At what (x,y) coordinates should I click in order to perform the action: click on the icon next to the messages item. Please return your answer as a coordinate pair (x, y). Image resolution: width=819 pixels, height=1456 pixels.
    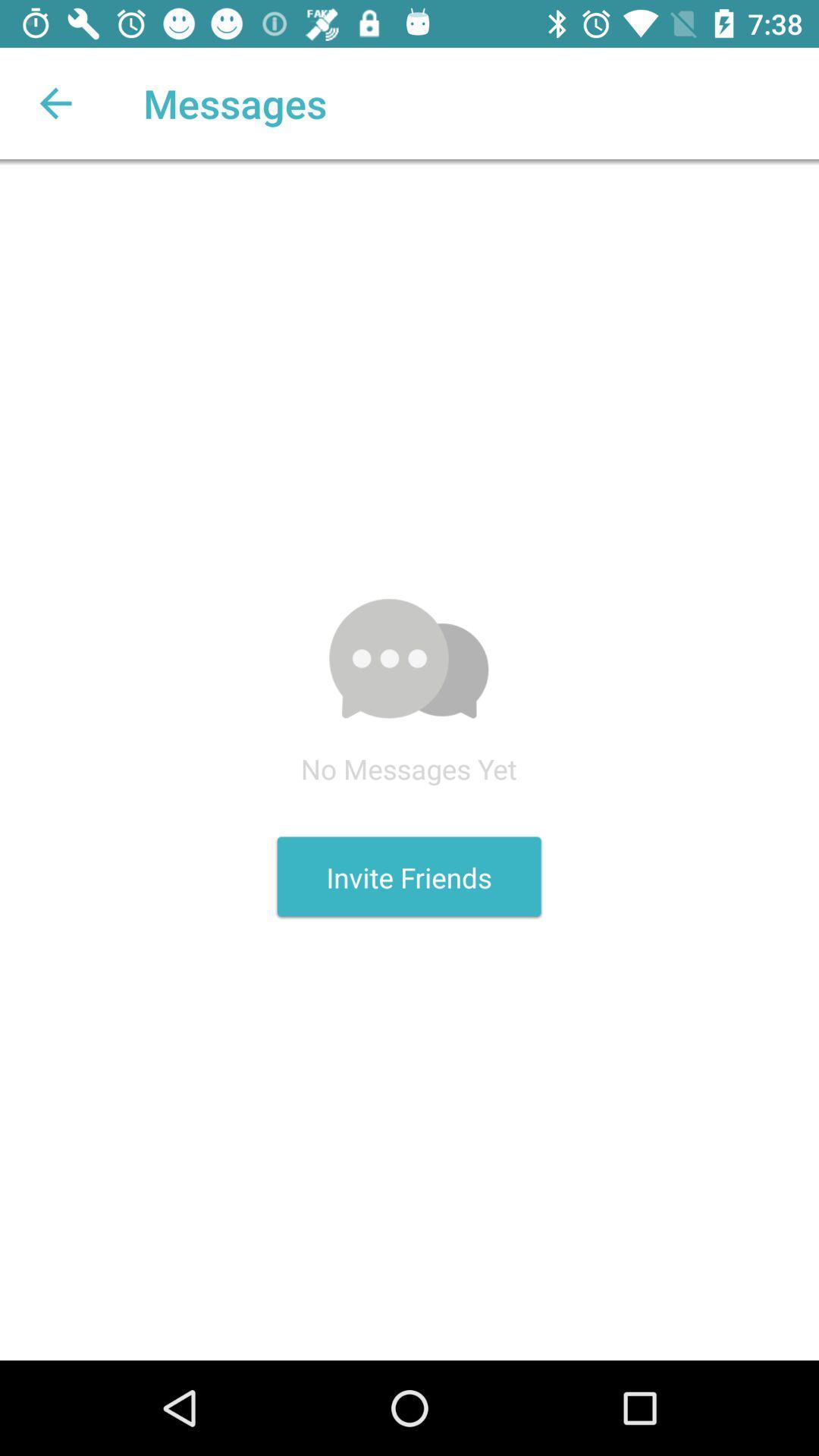
    Looking at the image, I should click on (55, 102).